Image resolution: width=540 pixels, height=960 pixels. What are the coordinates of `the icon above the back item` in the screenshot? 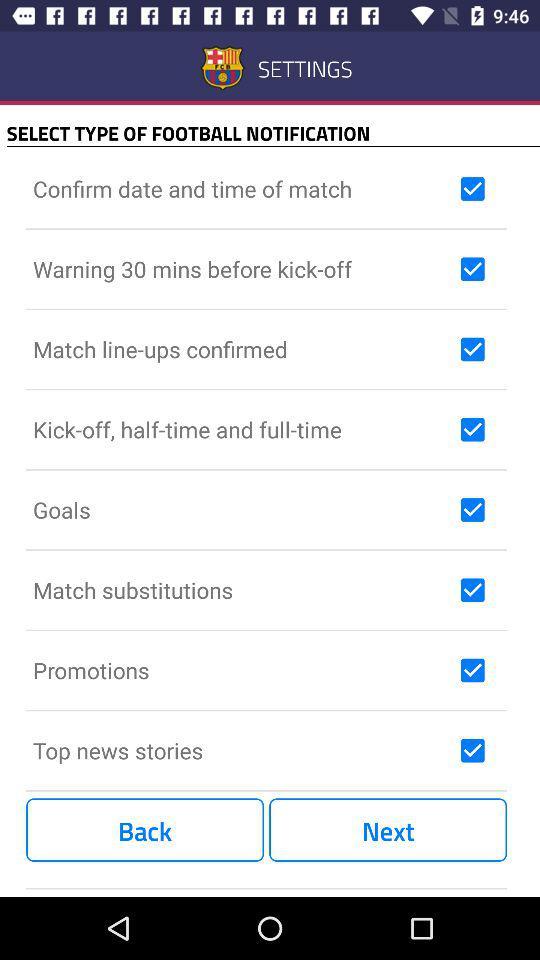 It's located at (242, 749).